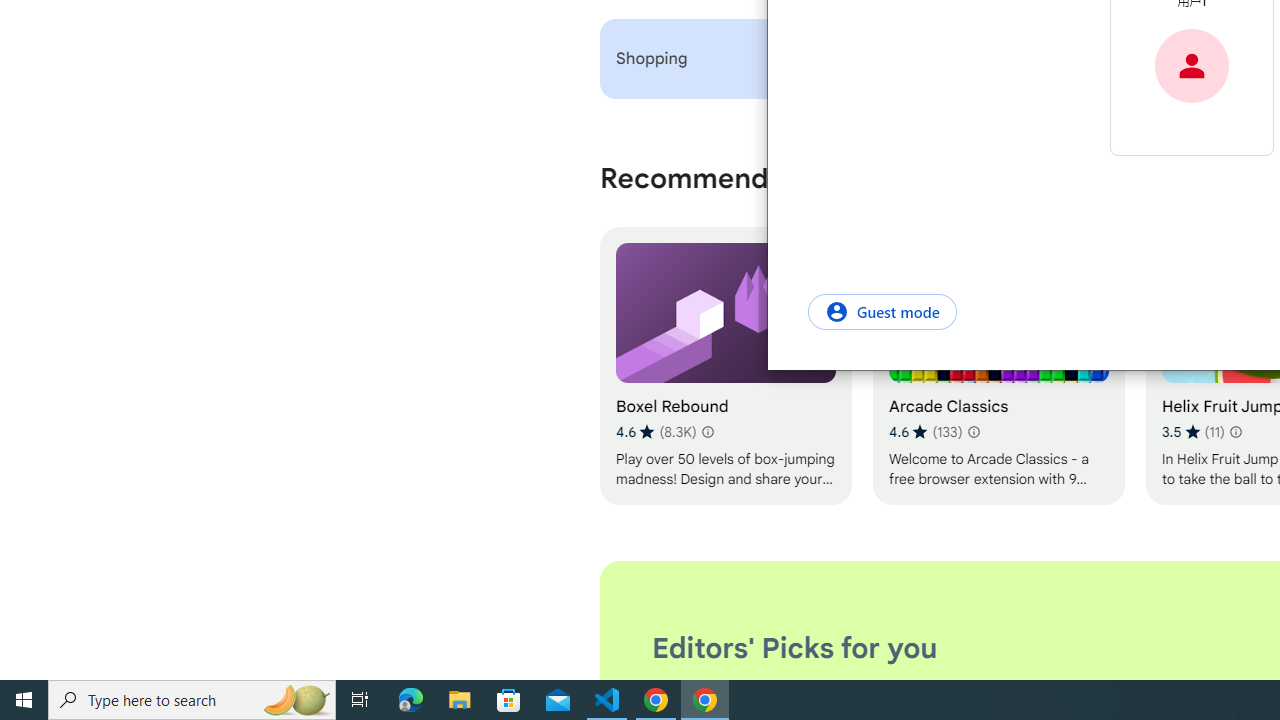  I want to click on 'Type here to search', so click(192, 698).